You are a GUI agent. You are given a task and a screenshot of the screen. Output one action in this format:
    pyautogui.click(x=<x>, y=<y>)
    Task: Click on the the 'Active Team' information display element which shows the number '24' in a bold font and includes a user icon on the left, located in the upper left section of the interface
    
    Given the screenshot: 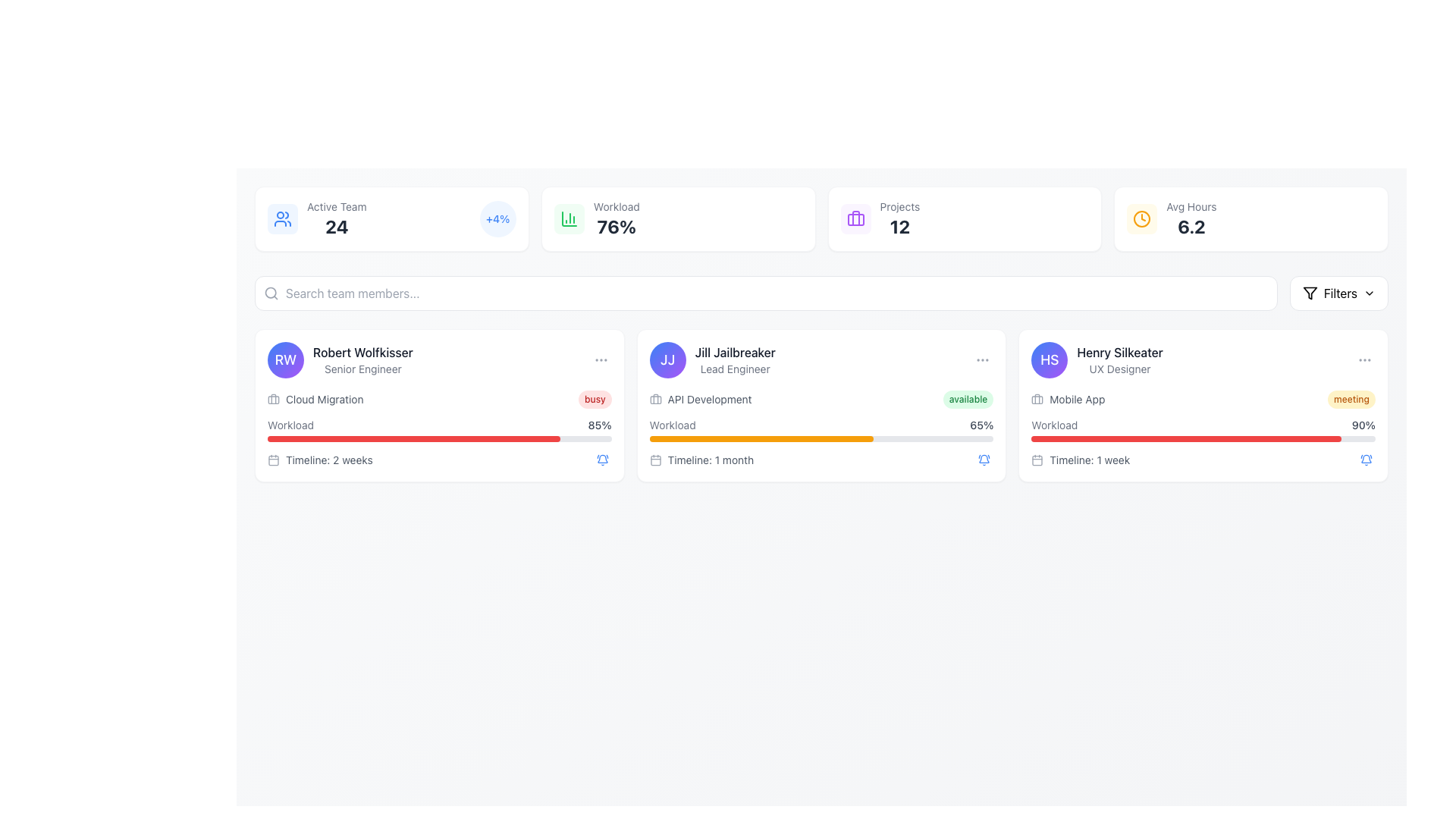 What is the action you would take?
    pyautogui.click(x=316, y=219)
    